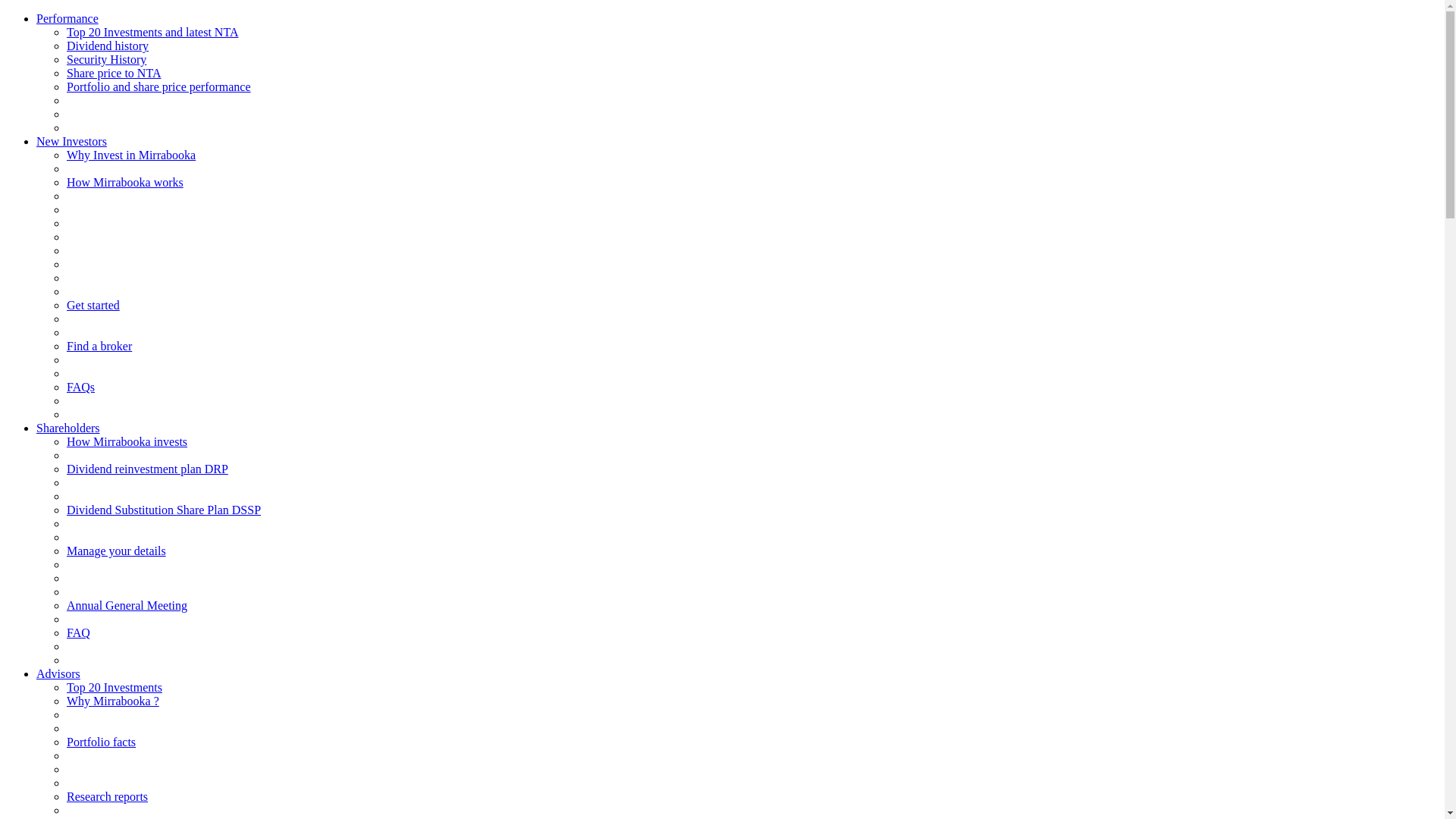 The width and height of the screenshot is (1456, 819). I want to click on 'Shareholders', so click(67, 428).